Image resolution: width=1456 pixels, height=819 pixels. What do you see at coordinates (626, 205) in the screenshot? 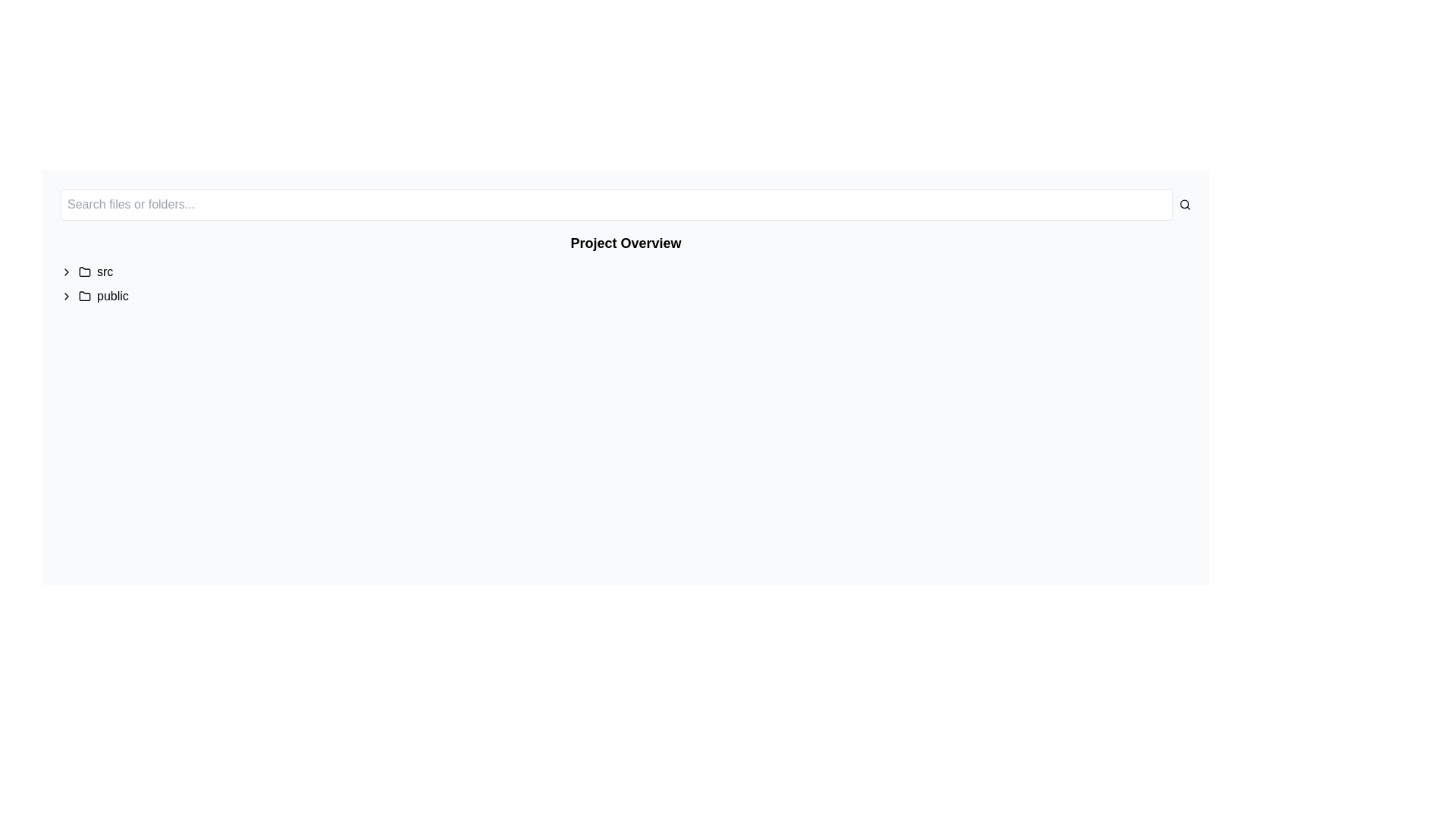
I see `the input area of the search bar located at the top of the main content section to focus on it` at bounding box center [626, 205].